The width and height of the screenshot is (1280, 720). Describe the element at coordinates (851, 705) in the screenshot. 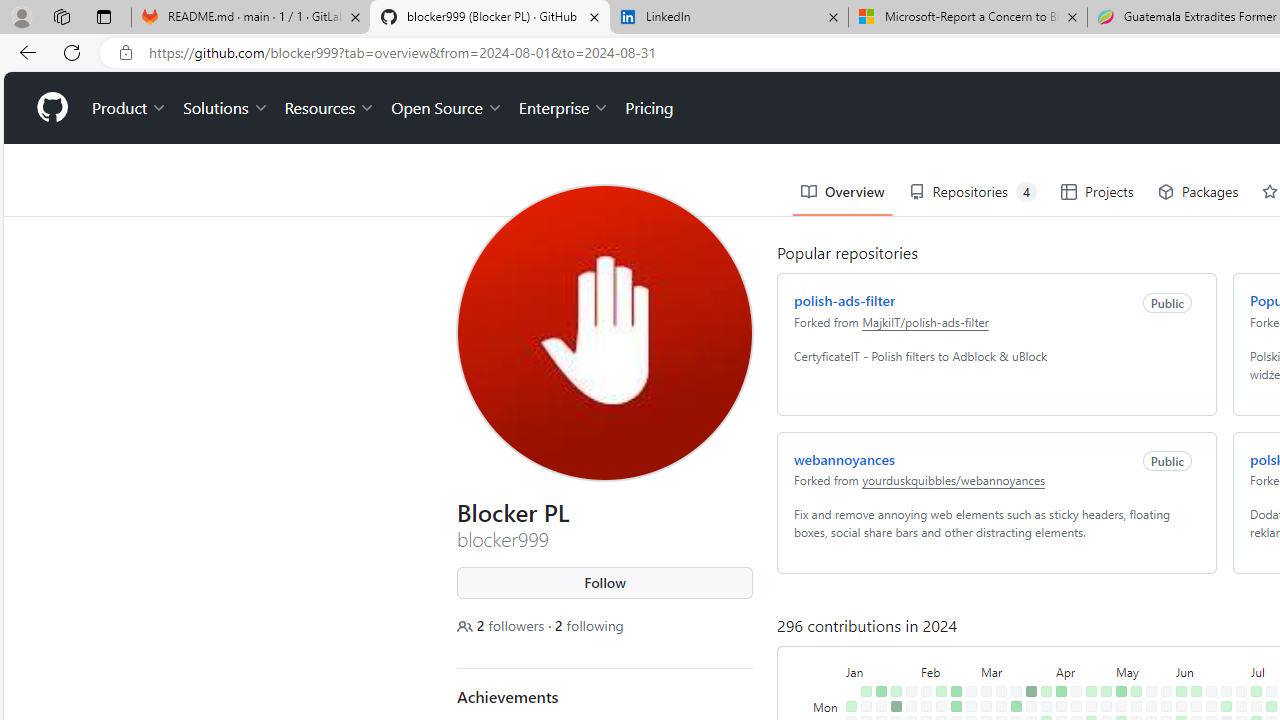

I see `'1 contribution on January 1st.'` at that location.